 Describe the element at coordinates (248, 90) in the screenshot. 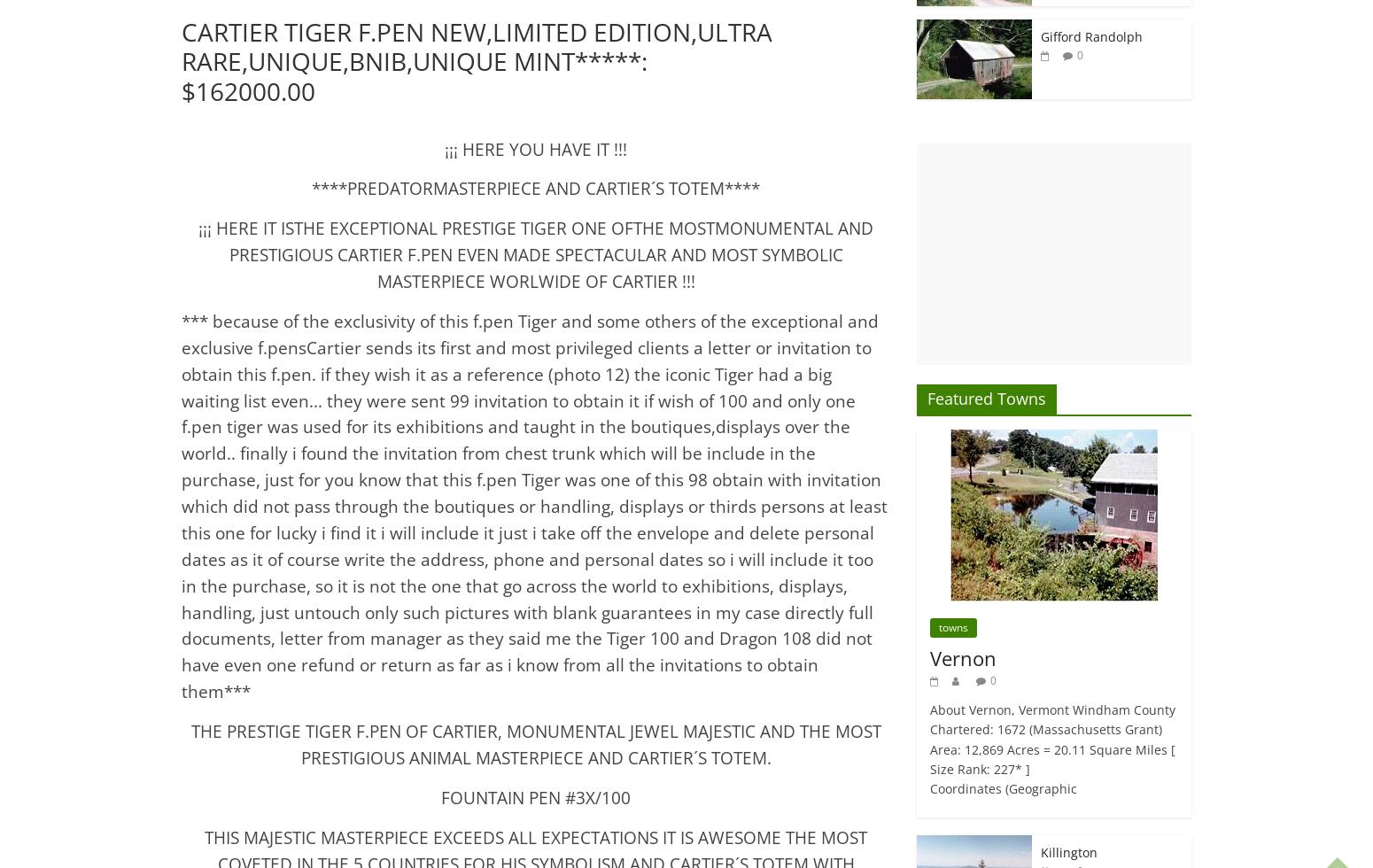

I see `'$162000.00'` at that location.